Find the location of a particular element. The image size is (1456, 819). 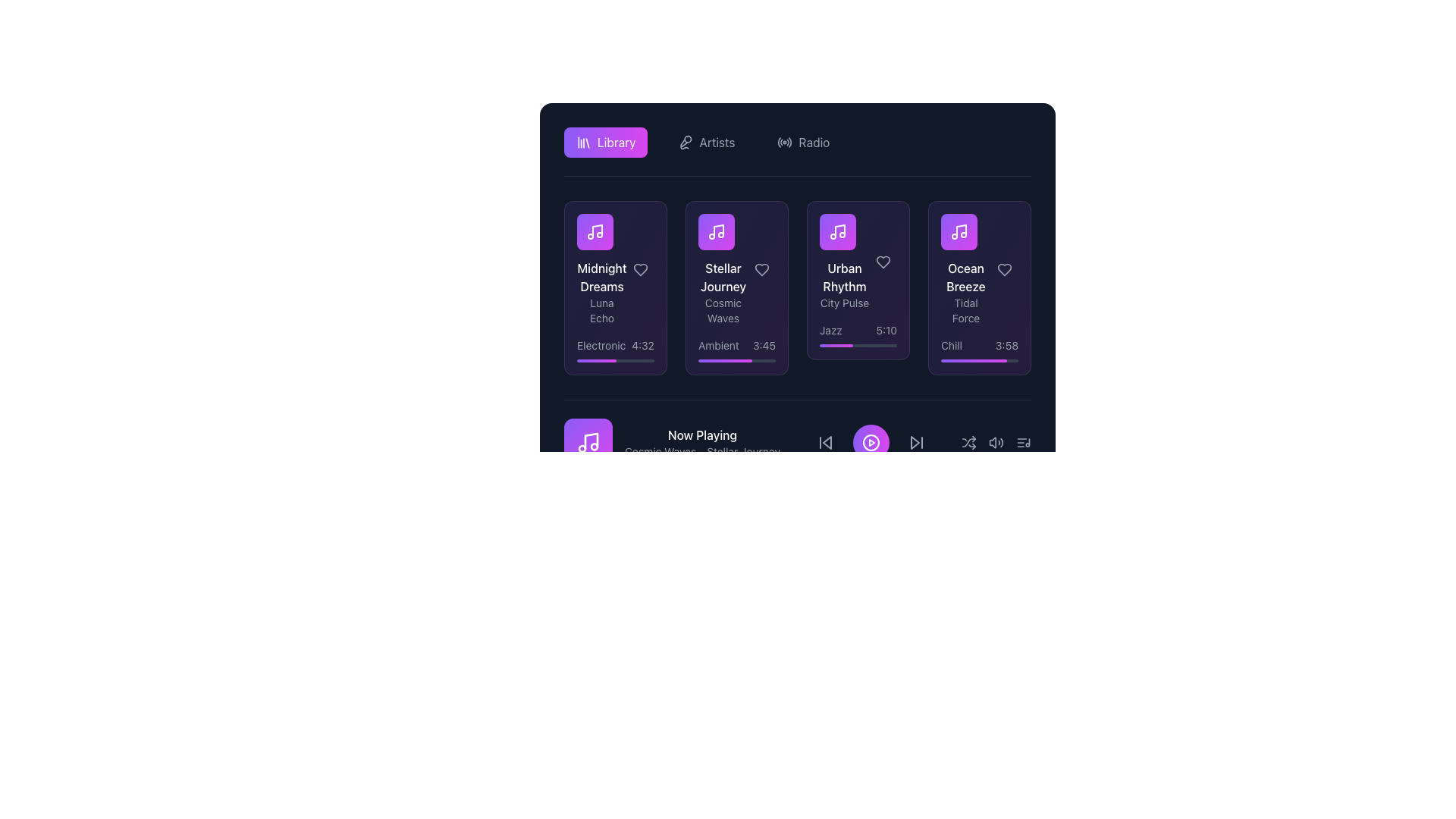

the shuffle icon located in the bottom-right corner of the application interface, which represents a musical playback or randomization feature is located at coordinates (968, 442).